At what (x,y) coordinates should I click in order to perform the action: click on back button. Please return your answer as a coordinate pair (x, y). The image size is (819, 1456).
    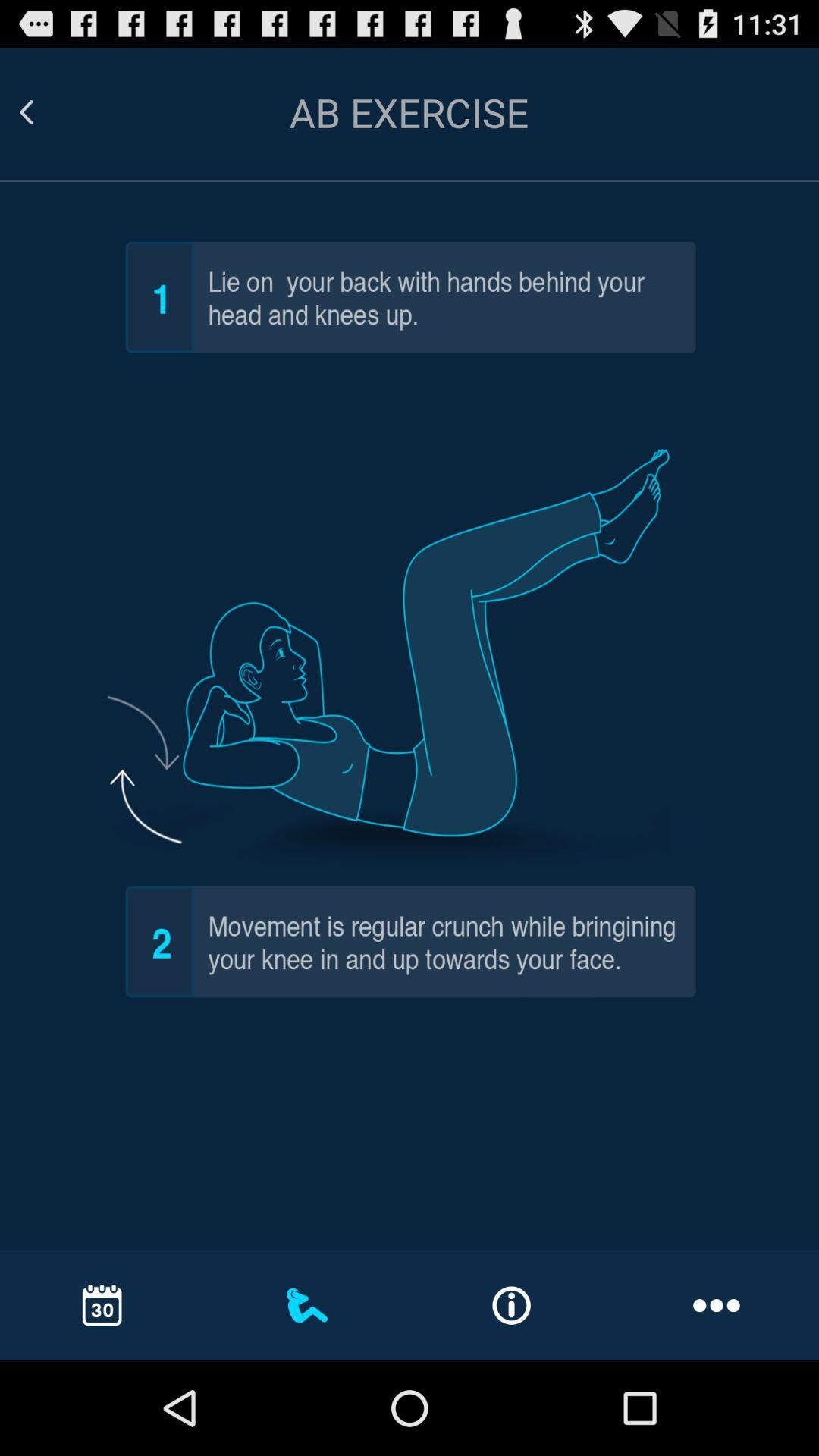
    Looking at the image, I should click on (44, 111).